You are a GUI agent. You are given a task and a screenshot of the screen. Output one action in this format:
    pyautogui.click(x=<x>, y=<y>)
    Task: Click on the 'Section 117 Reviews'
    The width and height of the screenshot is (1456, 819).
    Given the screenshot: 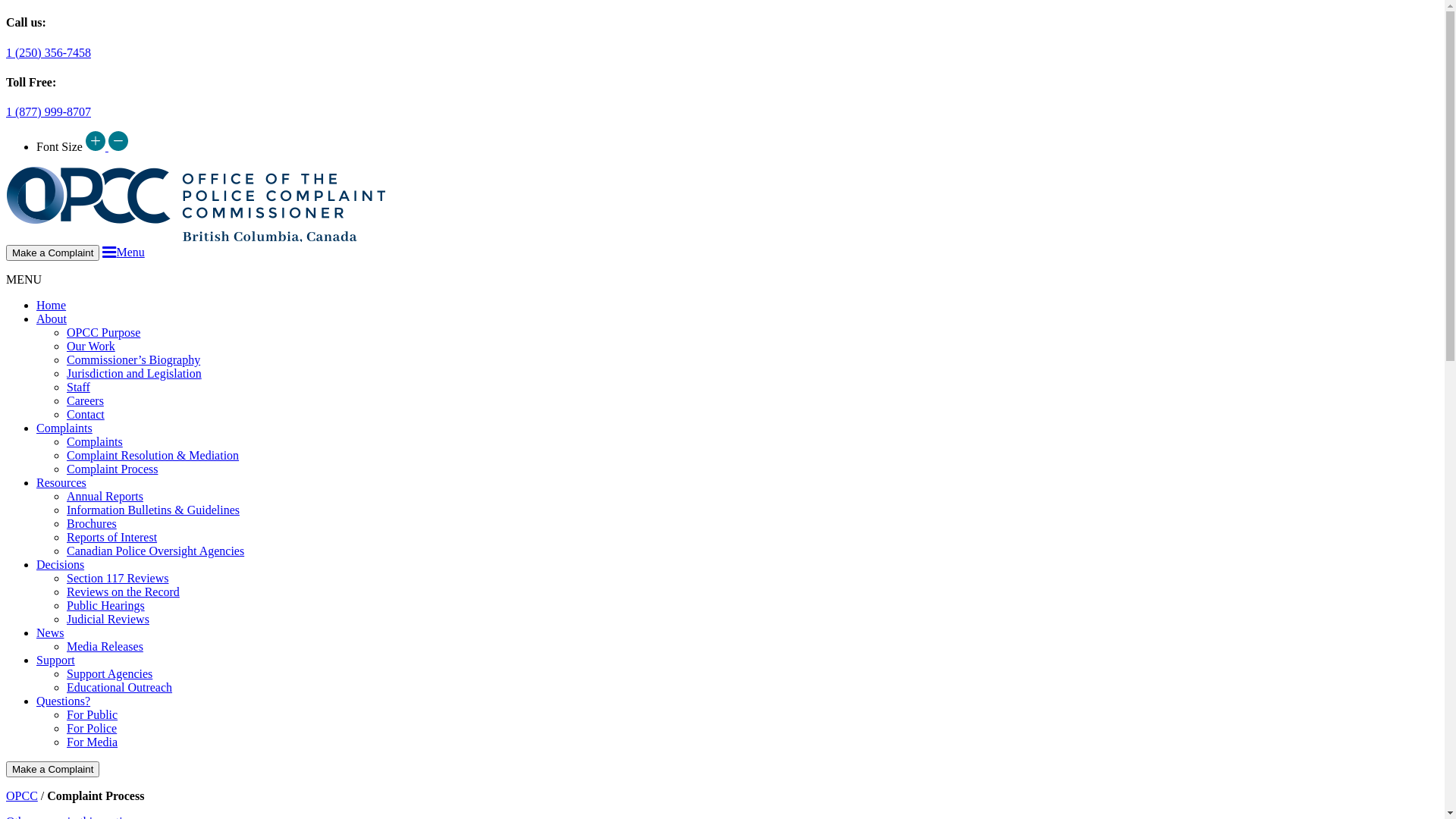 What is the action you would take?
    pyautogui.click(x=117, y=578)
    